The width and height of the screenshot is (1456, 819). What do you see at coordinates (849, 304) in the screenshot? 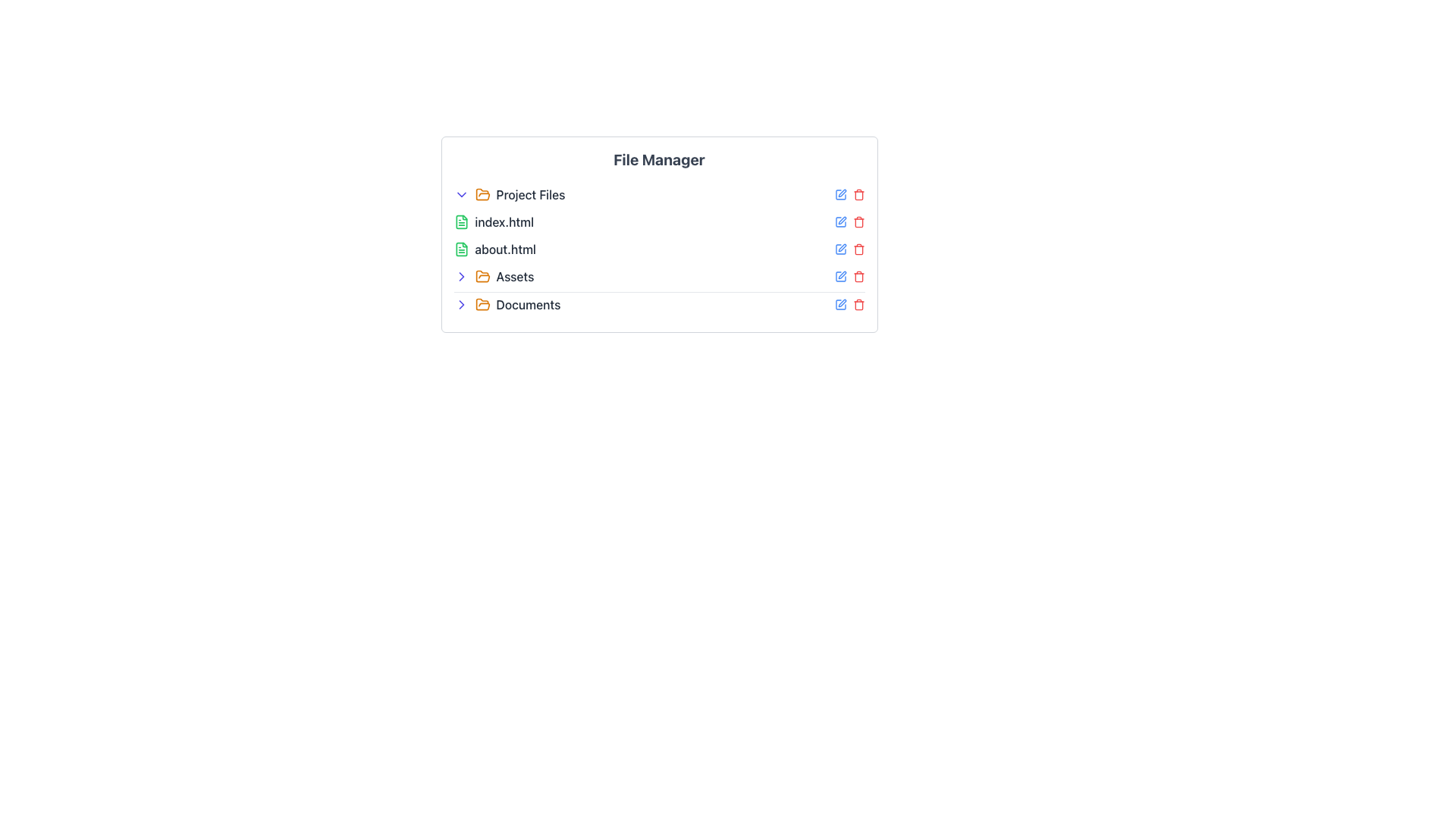
I see `the group of interactive buttons located at the far right of the 'Documents' row in the 'File Manager' interface` at bounding box center [849, 304].